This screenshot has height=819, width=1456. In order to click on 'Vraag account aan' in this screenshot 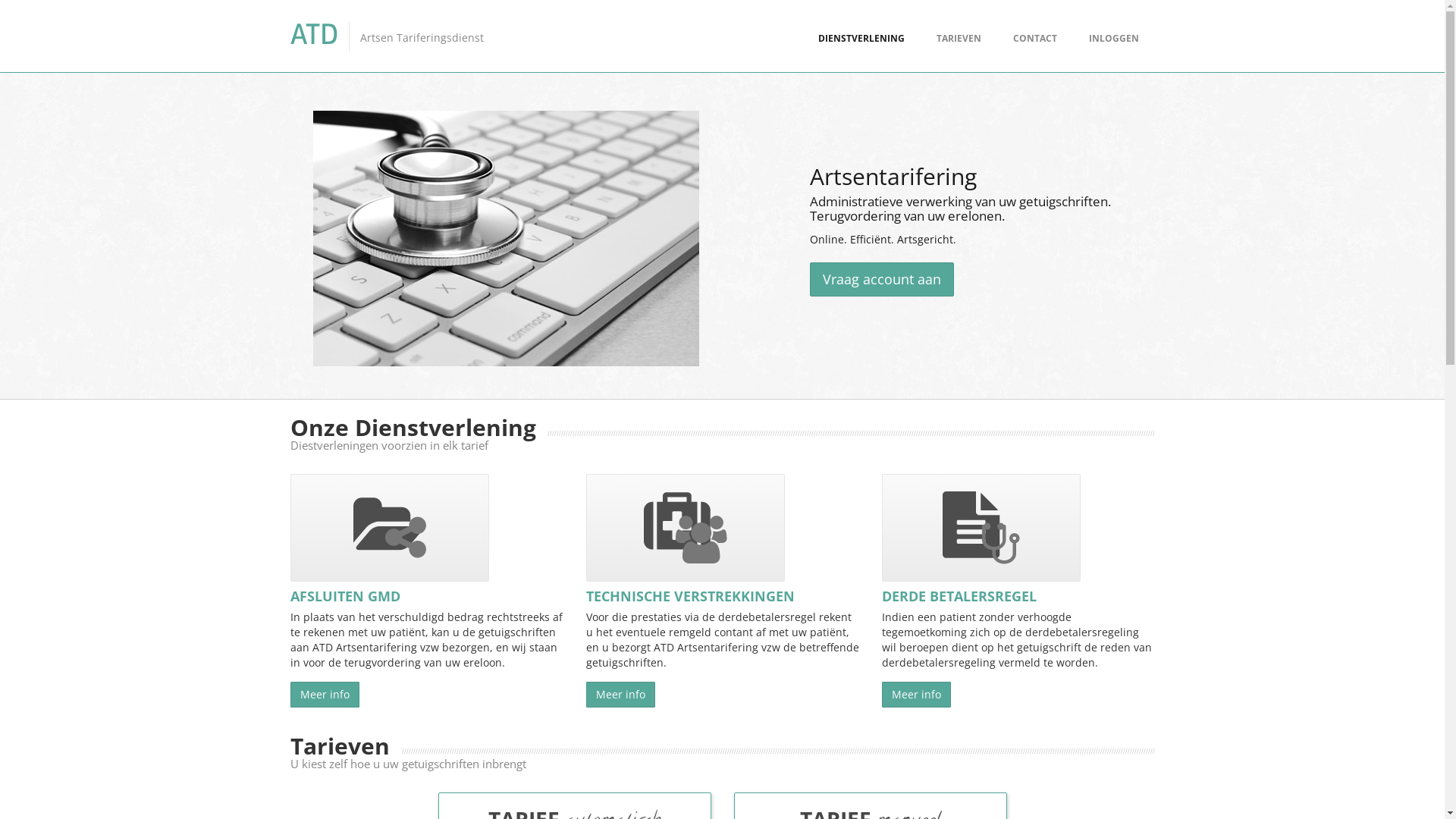, I will do `click(881, 279)`.